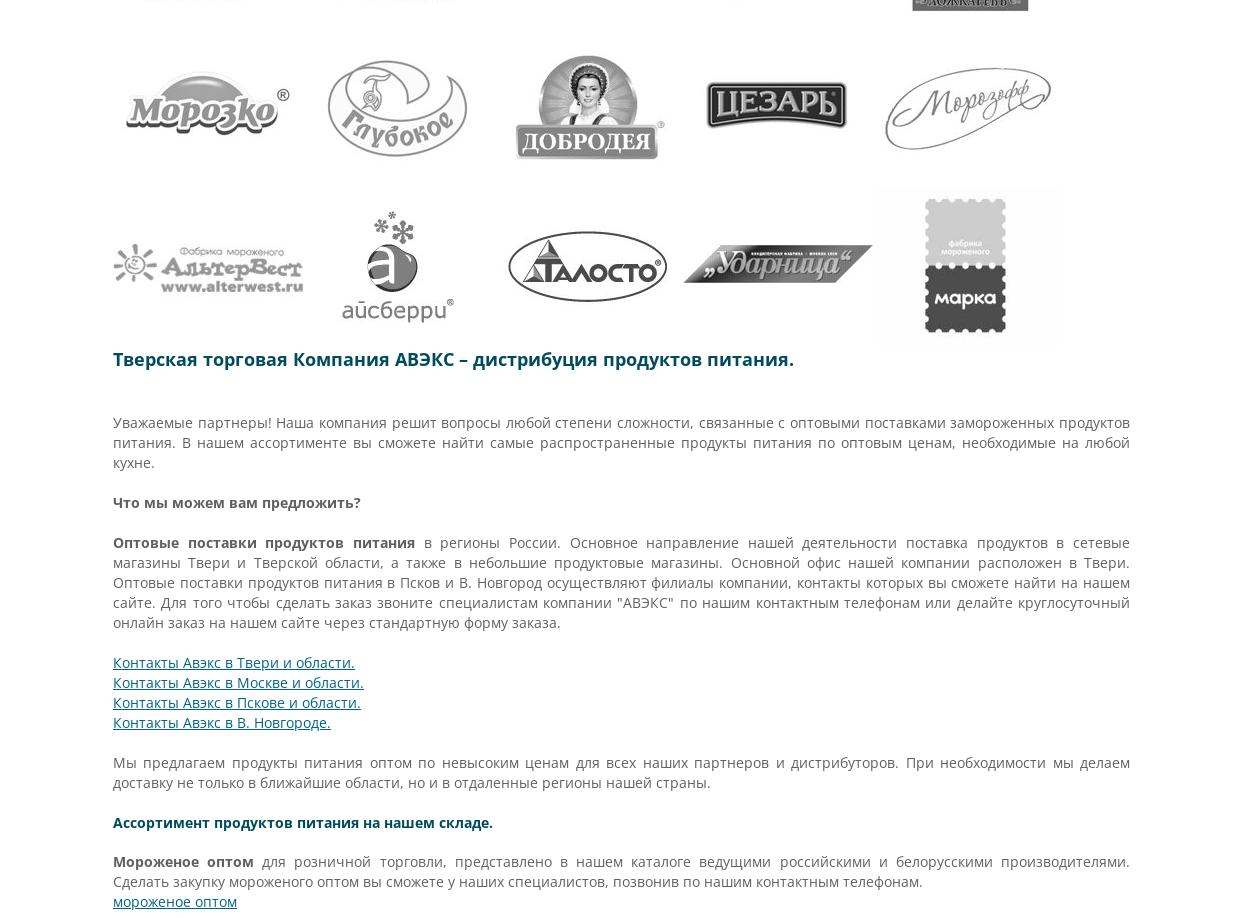 This screenshot has width=1250, height=918. What do you see at coordinates (452, 359) in the screenshot?
I see `'Тверская торговая Компания АВЭКС – дистрибуция продуктов питания.'` at bounding box center [452, 359].